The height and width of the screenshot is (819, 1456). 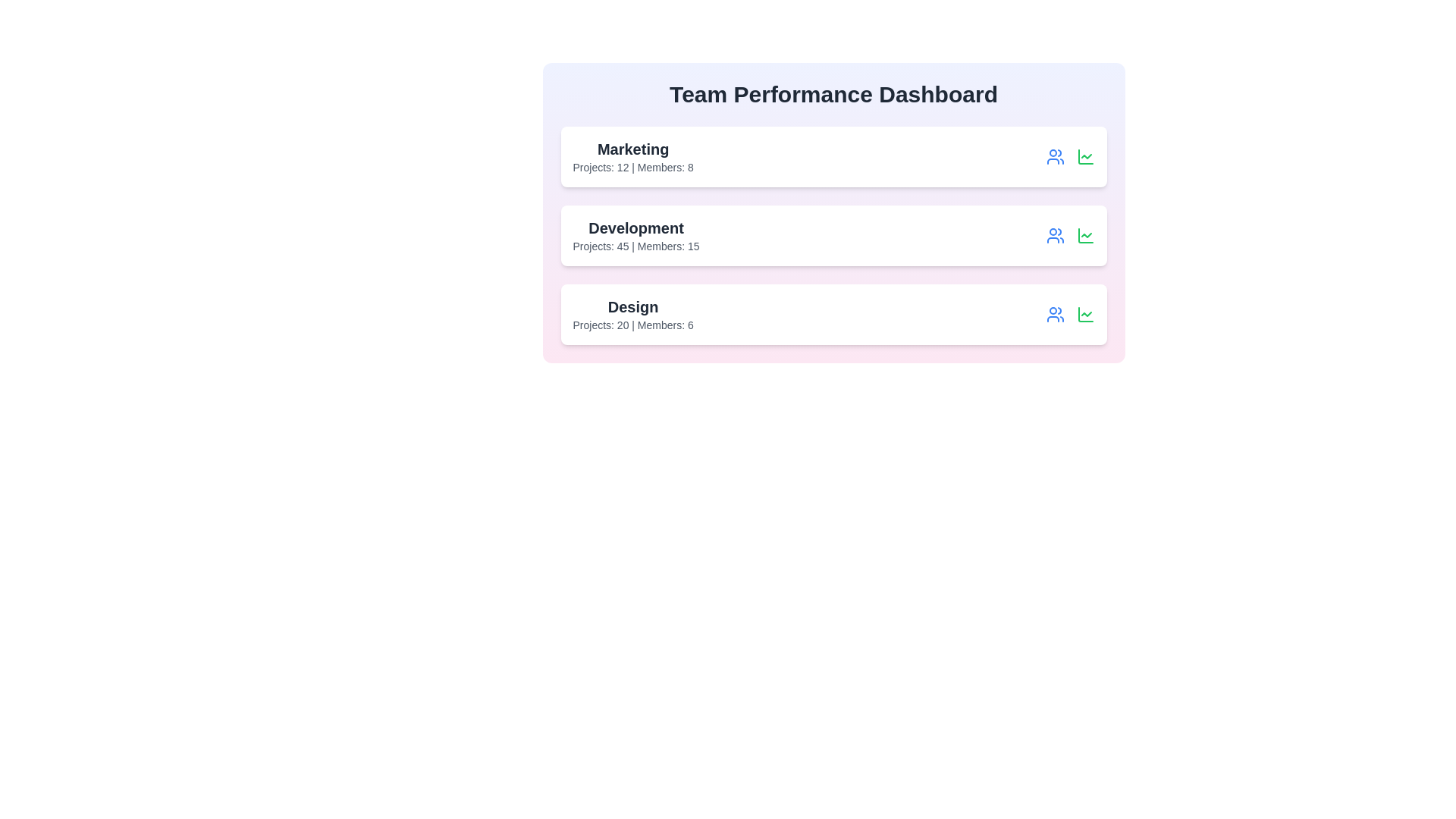 I want to click on the chart icon for Design statistics, so click(x=1084, y=314).